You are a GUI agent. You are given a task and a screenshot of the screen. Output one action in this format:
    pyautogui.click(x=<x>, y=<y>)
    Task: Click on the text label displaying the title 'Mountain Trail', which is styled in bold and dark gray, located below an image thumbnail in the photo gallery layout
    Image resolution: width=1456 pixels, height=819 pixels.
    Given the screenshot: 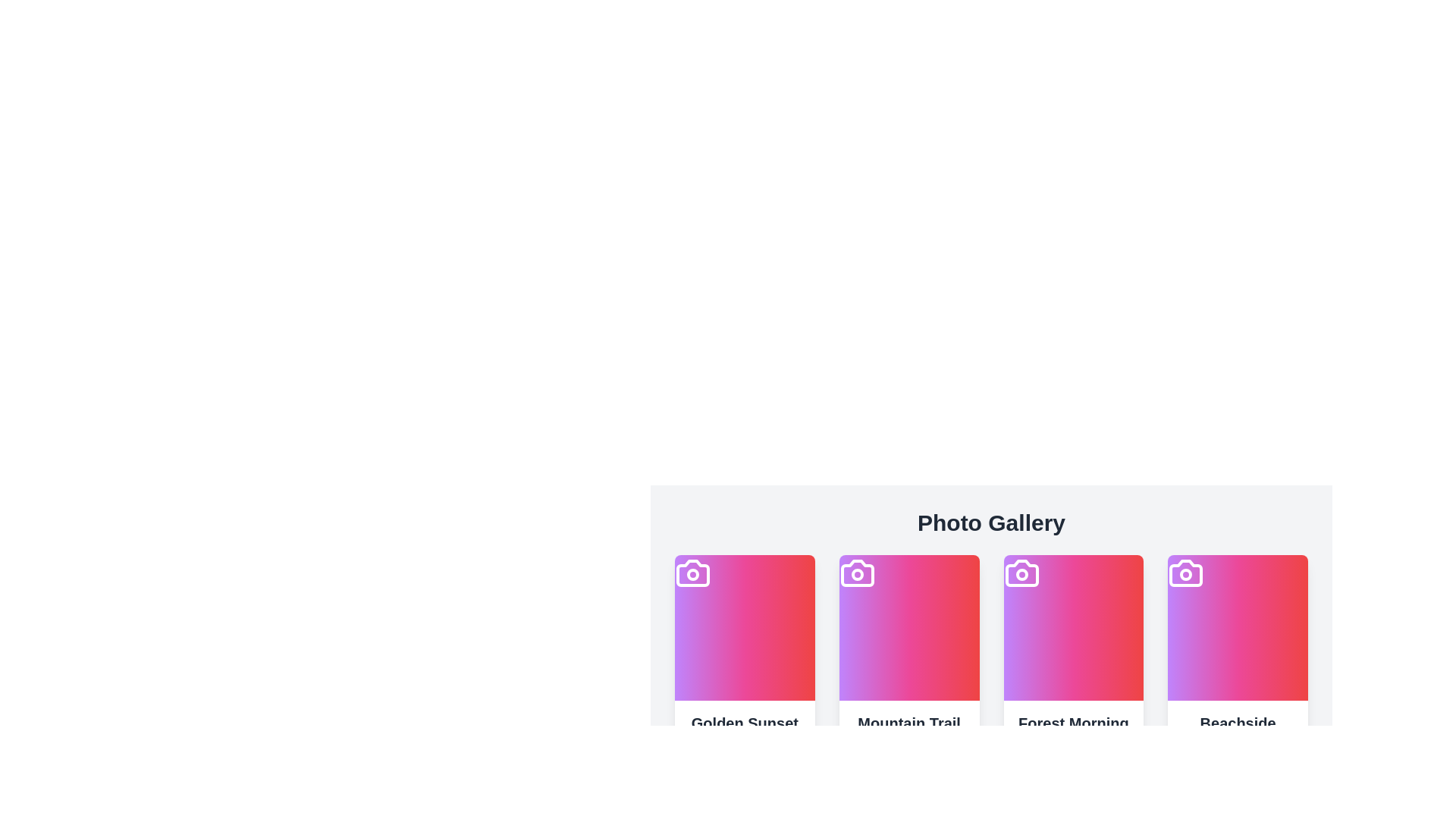 What is the action you would take?
    pyautogui.click(x=909, y=722)
    